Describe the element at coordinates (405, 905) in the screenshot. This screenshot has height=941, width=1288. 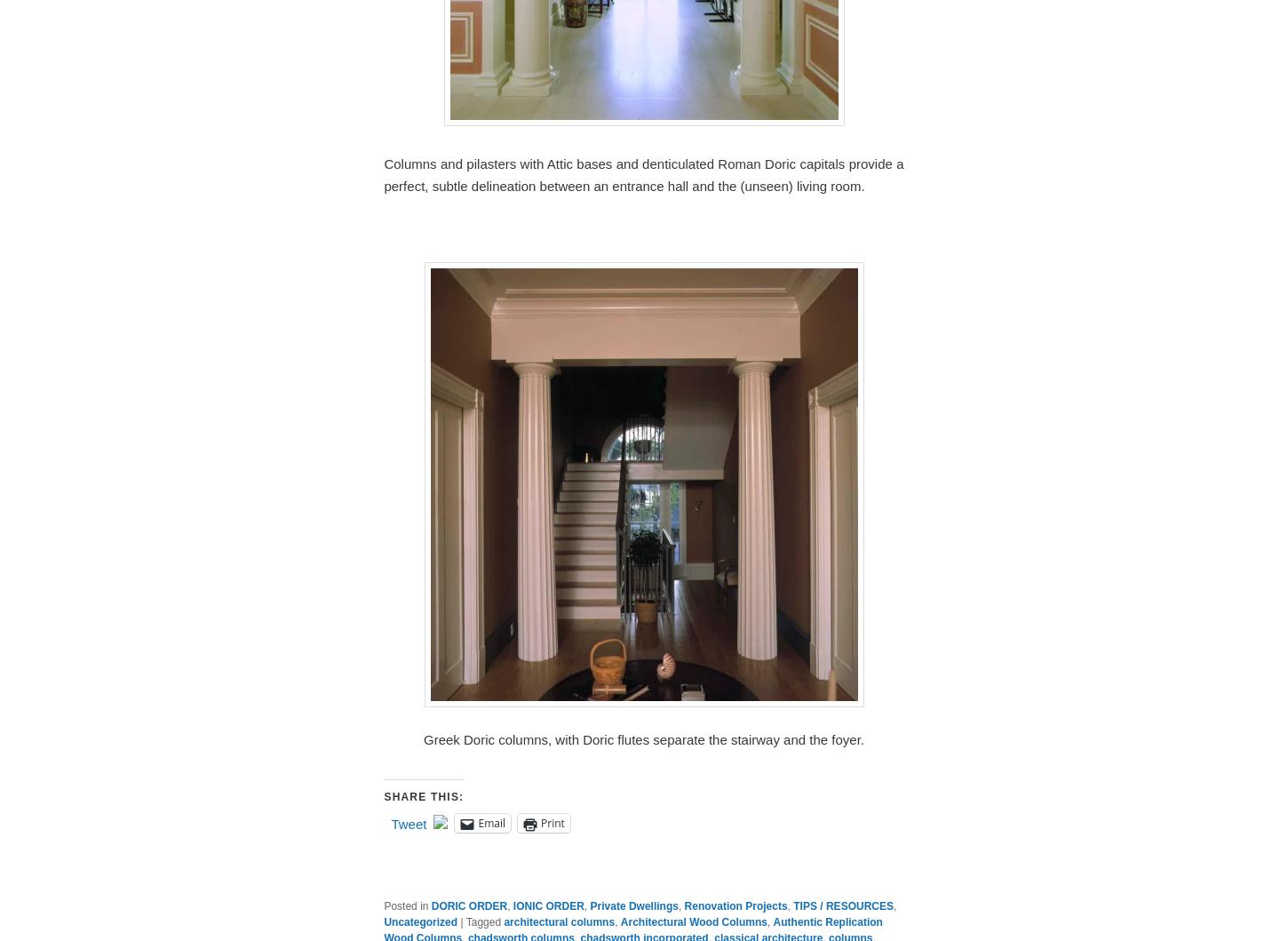
I see `'Posted in'` at that location.